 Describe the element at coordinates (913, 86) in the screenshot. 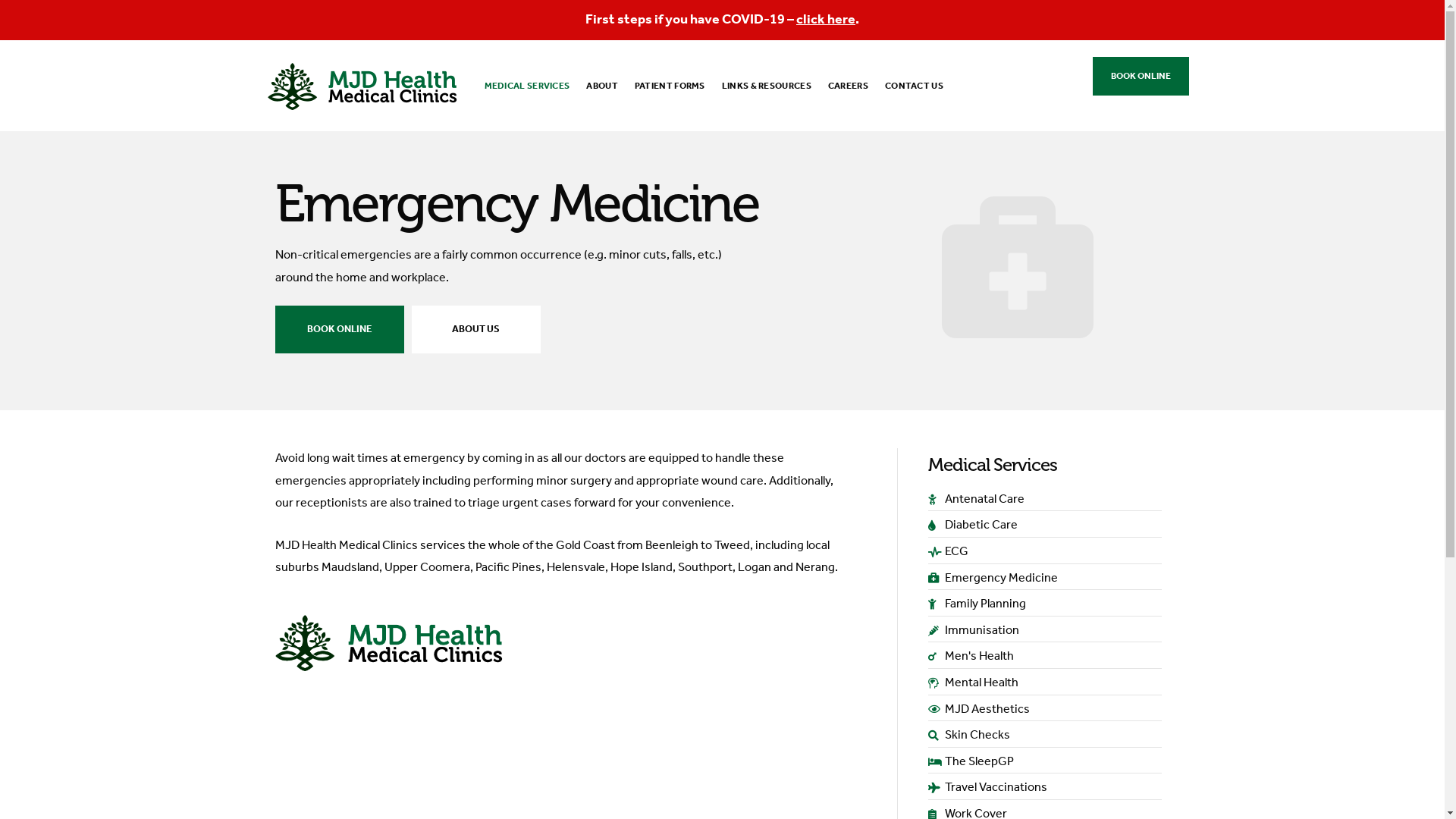

I see `'CONTACT US'` at that location.